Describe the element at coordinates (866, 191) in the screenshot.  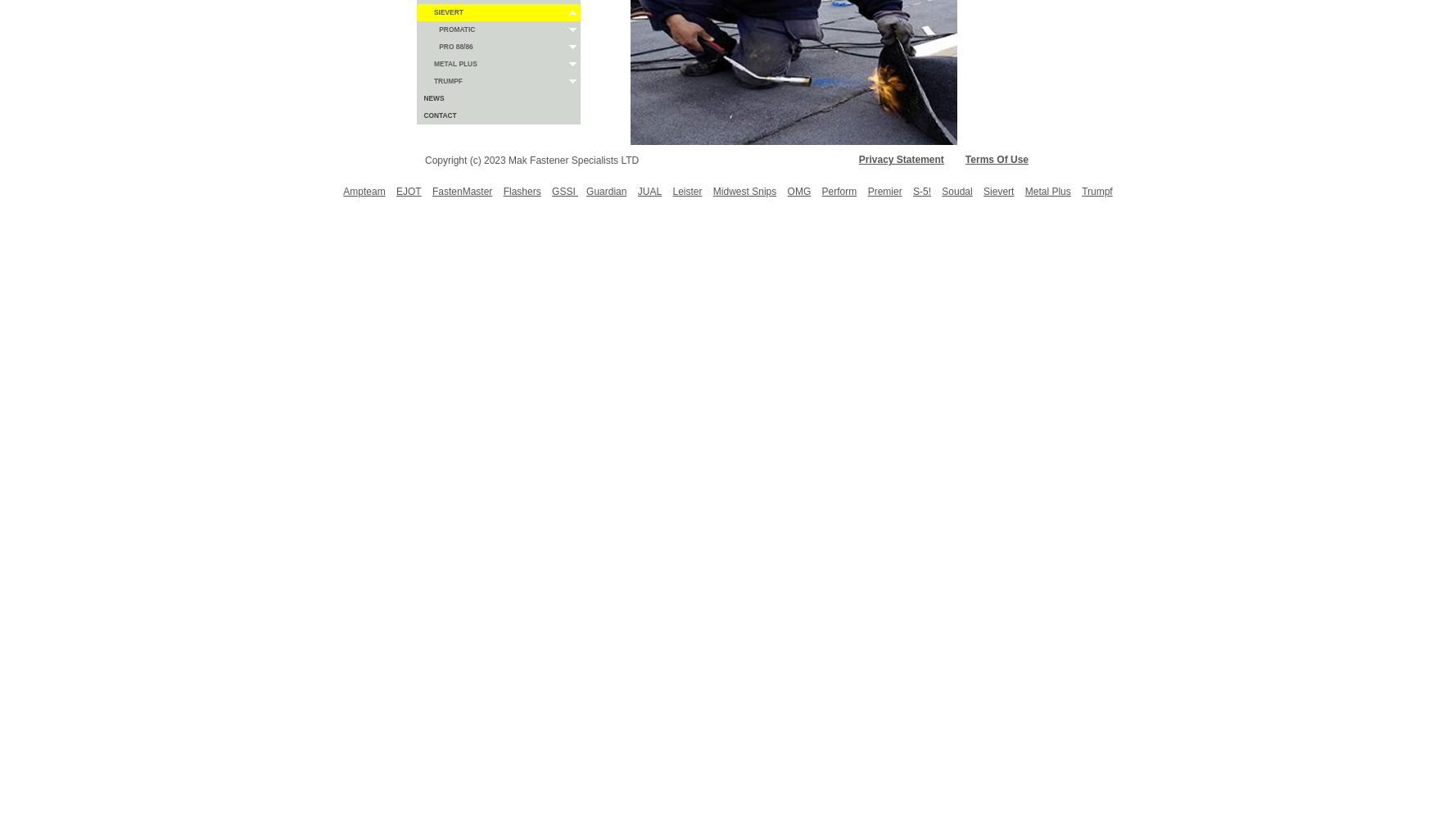
I see `'Premier'` at that location.